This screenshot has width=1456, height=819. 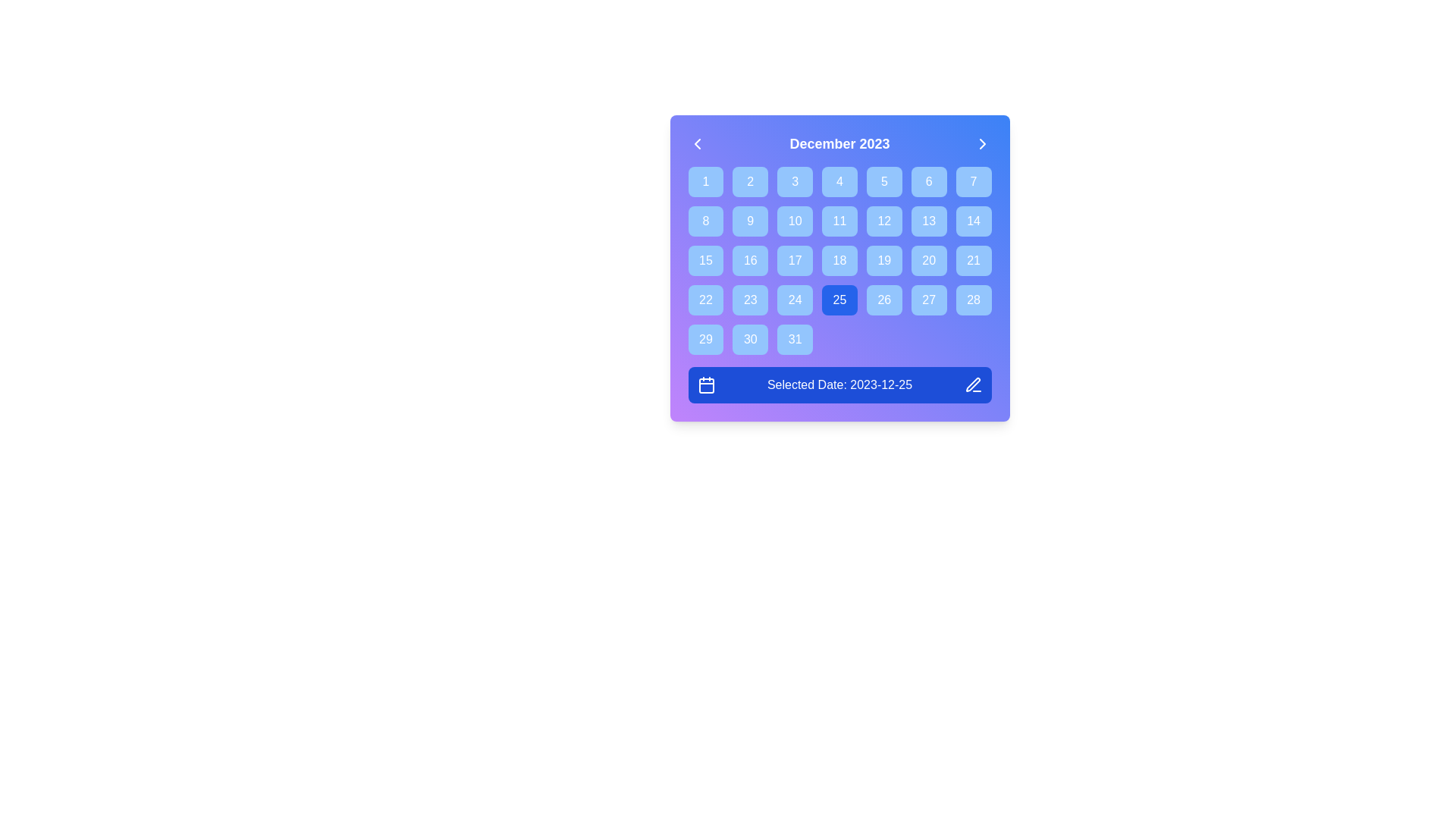 What do you see at coordinates (794, 300) in the screenshot?
I see `the rounded rectangular button labeled '24' with a light blue background` at bounding box center [794, 300].